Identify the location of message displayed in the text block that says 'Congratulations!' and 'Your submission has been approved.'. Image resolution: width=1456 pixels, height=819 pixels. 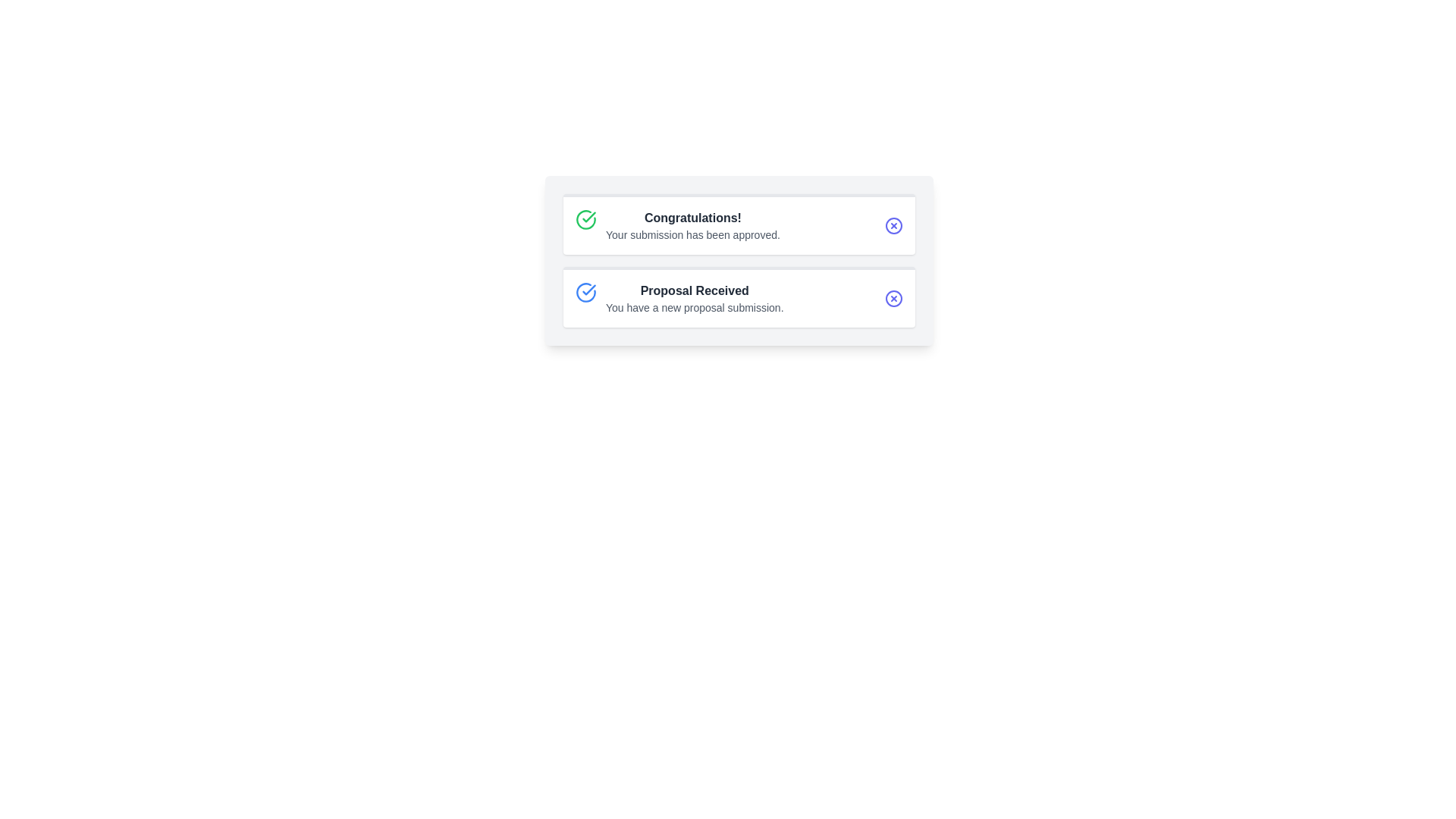
(692, 225).